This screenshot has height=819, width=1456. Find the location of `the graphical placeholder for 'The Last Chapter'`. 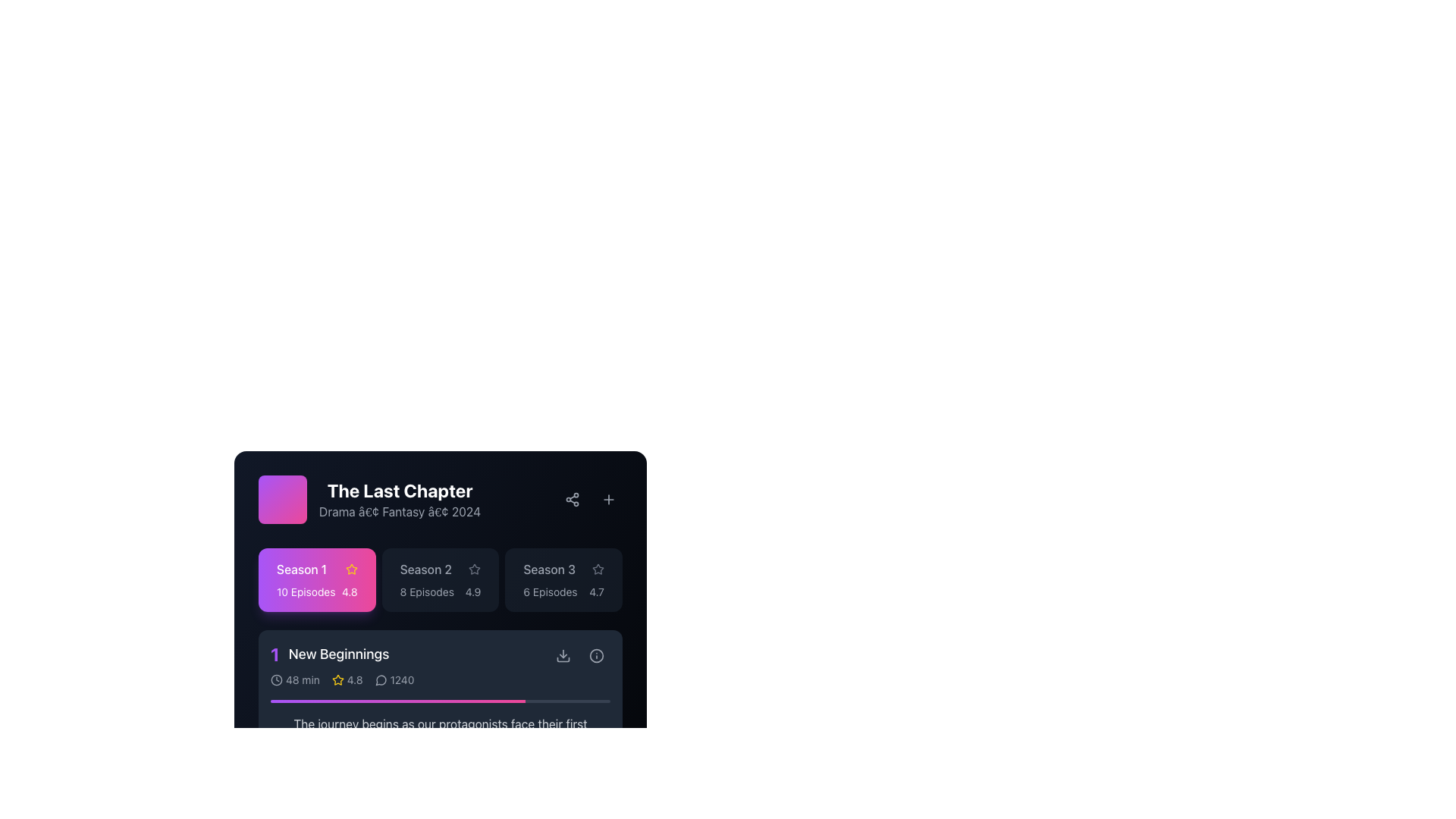

the graphical placeholder for 'The Last Chapter' is located at coordinates (283, 500).